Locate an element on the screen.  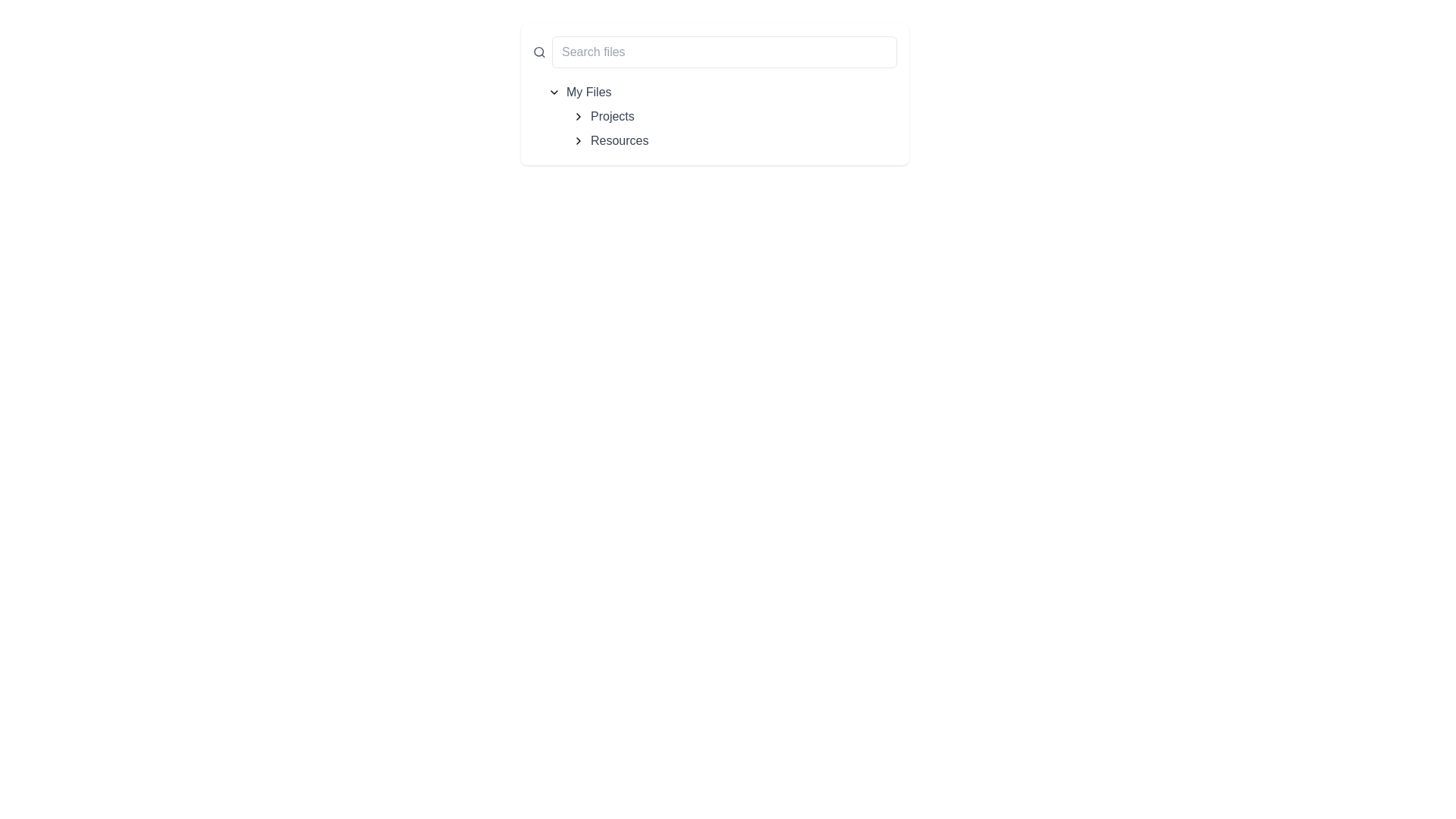
the 'My Files' entry in the Hierarchical Navigation List, which displays a basic file structure with modern UI aesthetics is located at coordinates (714, 116).